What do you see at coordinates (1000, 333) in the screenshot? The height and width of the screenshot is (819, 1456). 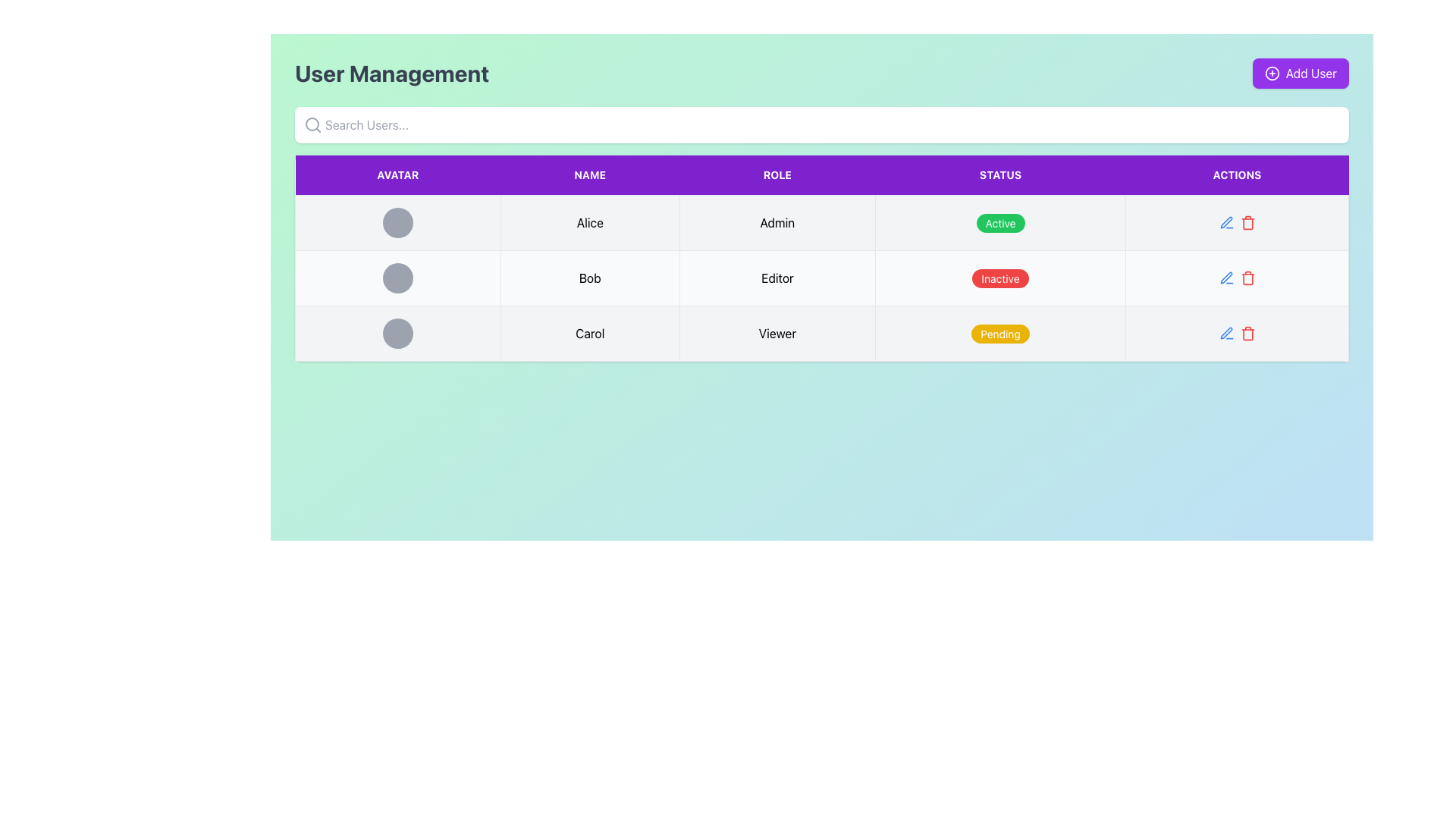 I see `the yellow, pill-shaped badge containing the text 'Pending' in white capital letters, located in the 'Status' column of the last row for the user 'Carol'` at bounding box center [1000, 333].